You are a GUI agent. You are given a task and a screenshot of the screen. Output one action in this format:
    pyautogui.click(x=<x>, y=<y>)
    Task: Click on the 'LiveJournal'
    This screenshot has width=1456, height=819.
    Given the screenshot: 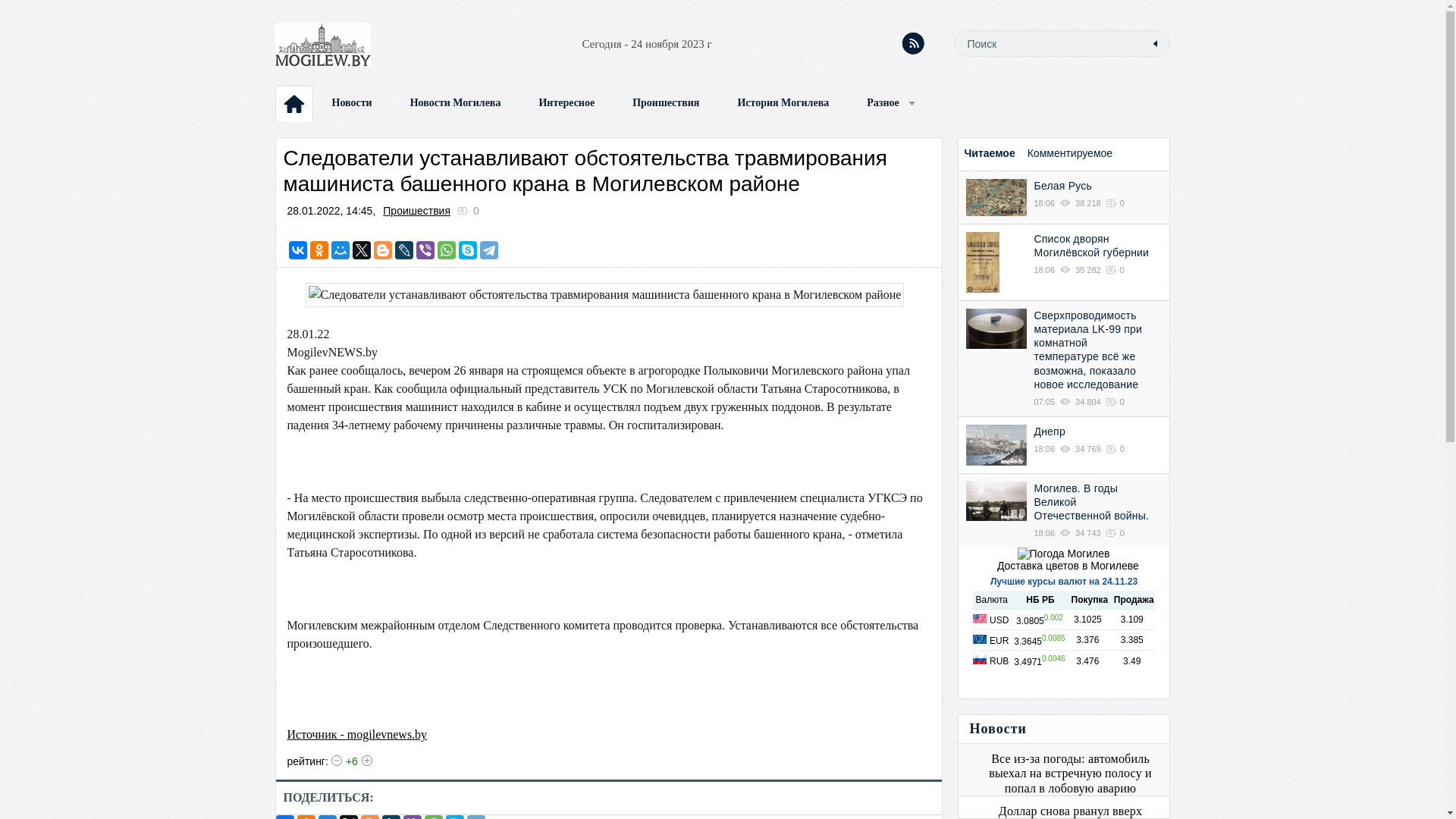 What is the action you would take?
    pyautogui.click(x=403, y=249)
    